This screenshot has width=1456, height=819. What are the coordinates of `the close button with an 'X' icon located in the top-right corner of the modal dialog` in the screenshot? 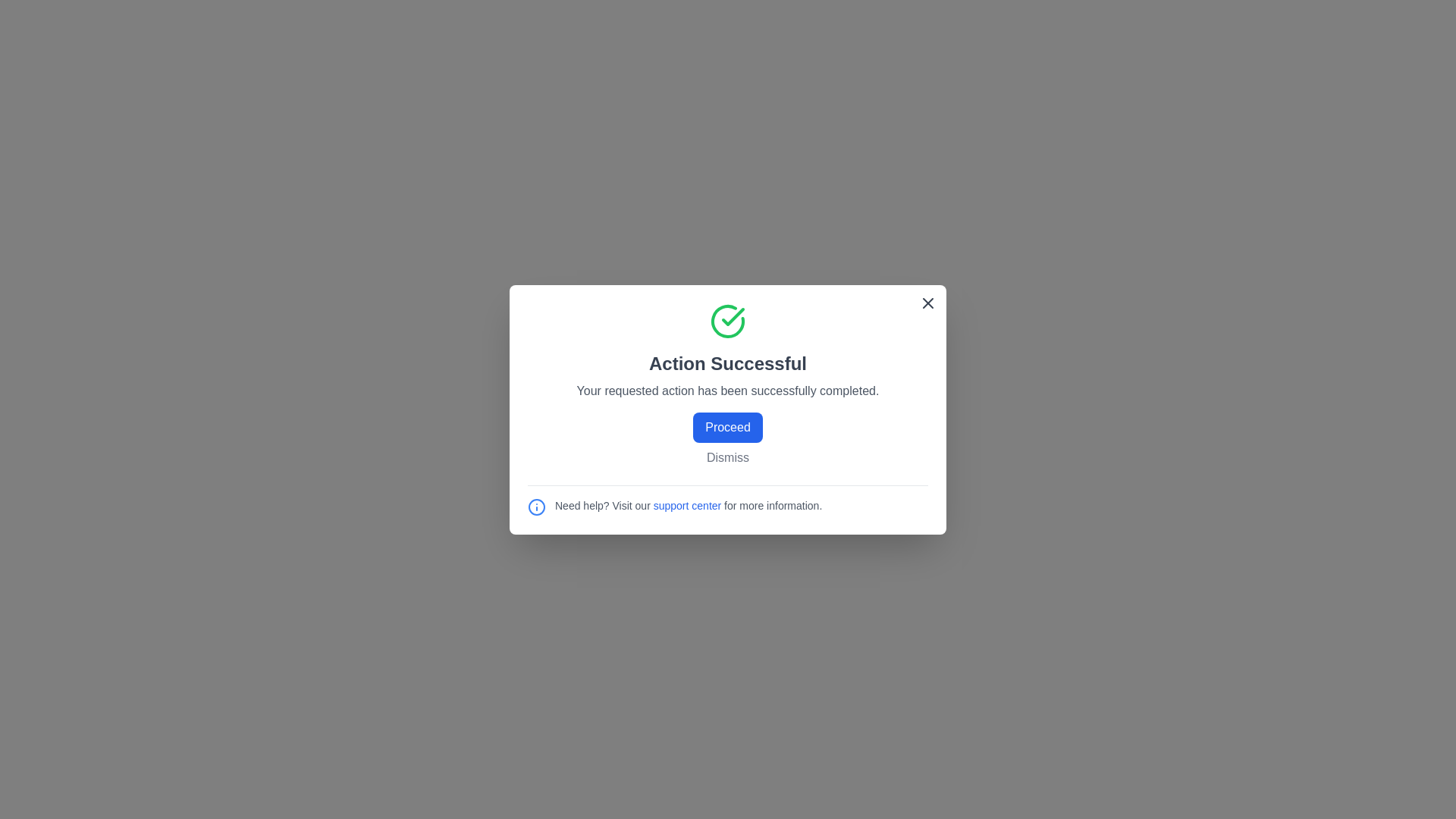 It's located at (927, 302).